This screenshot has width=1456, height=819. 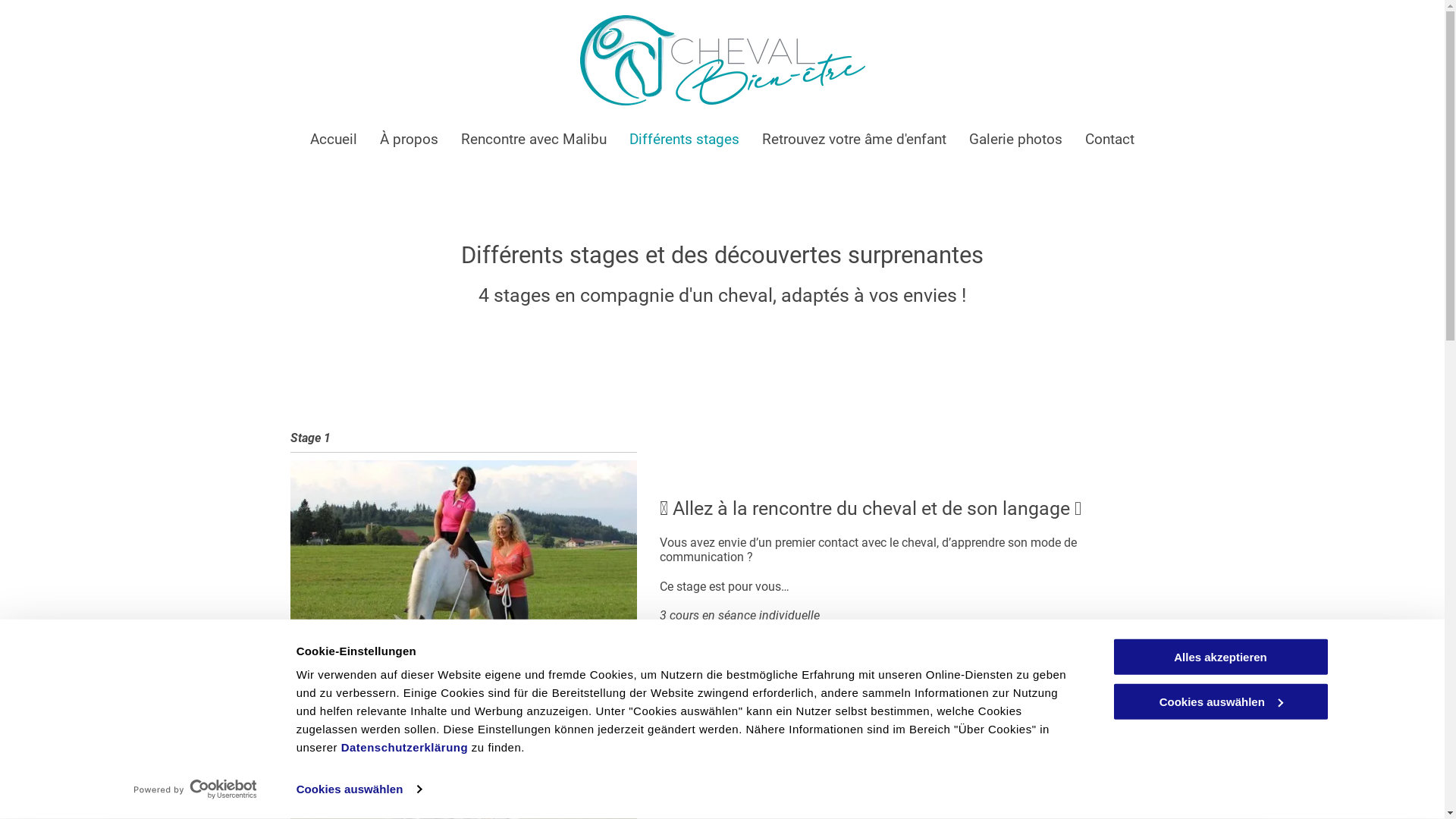 What do you see at coordinates (1109, 139) in the screenshot?
I see `'Contact'` at bounding box center [1109, 139].